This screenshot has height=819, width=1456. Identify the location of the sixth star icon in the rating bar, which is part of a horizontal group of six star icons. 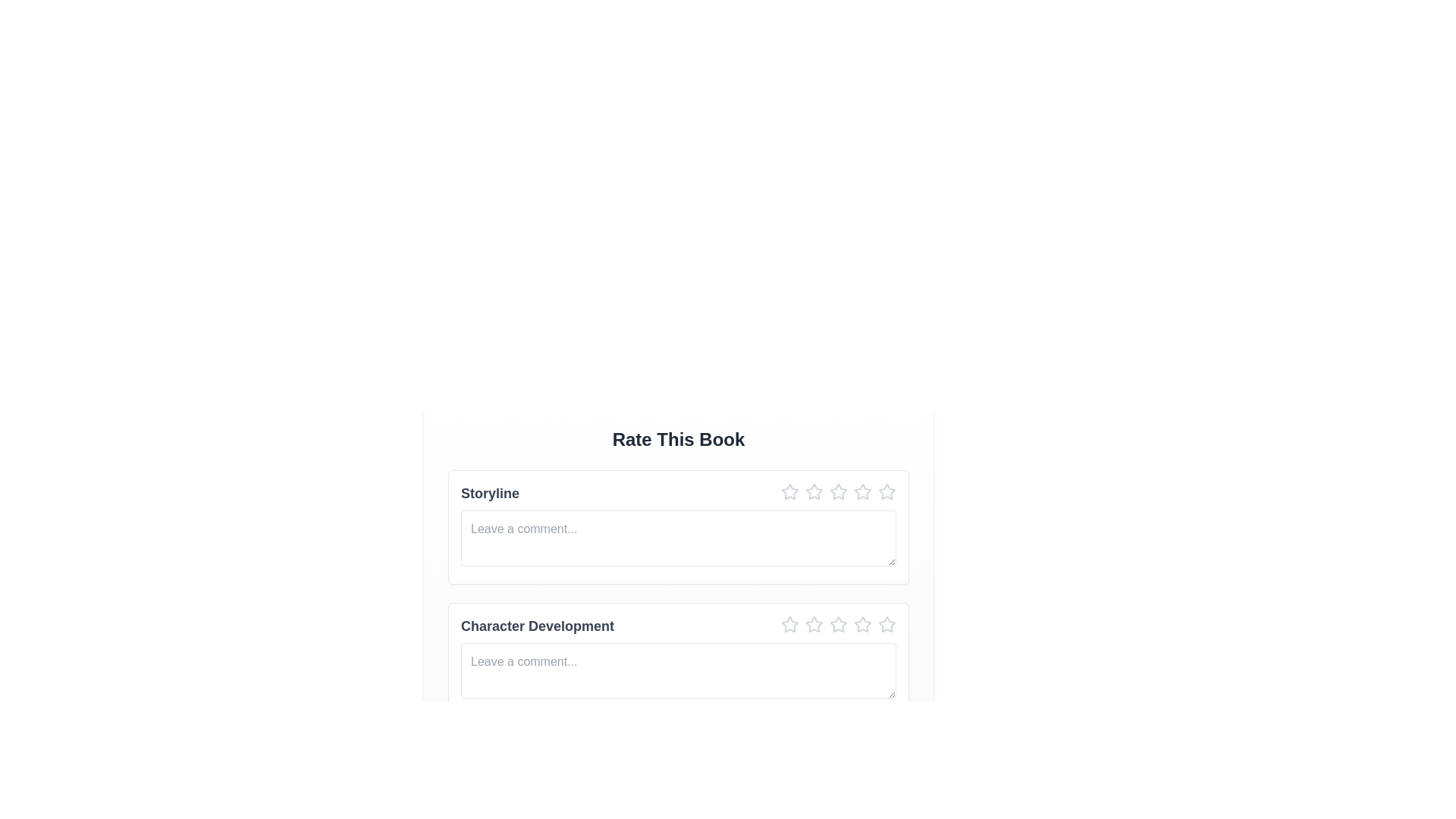
(862, 491).